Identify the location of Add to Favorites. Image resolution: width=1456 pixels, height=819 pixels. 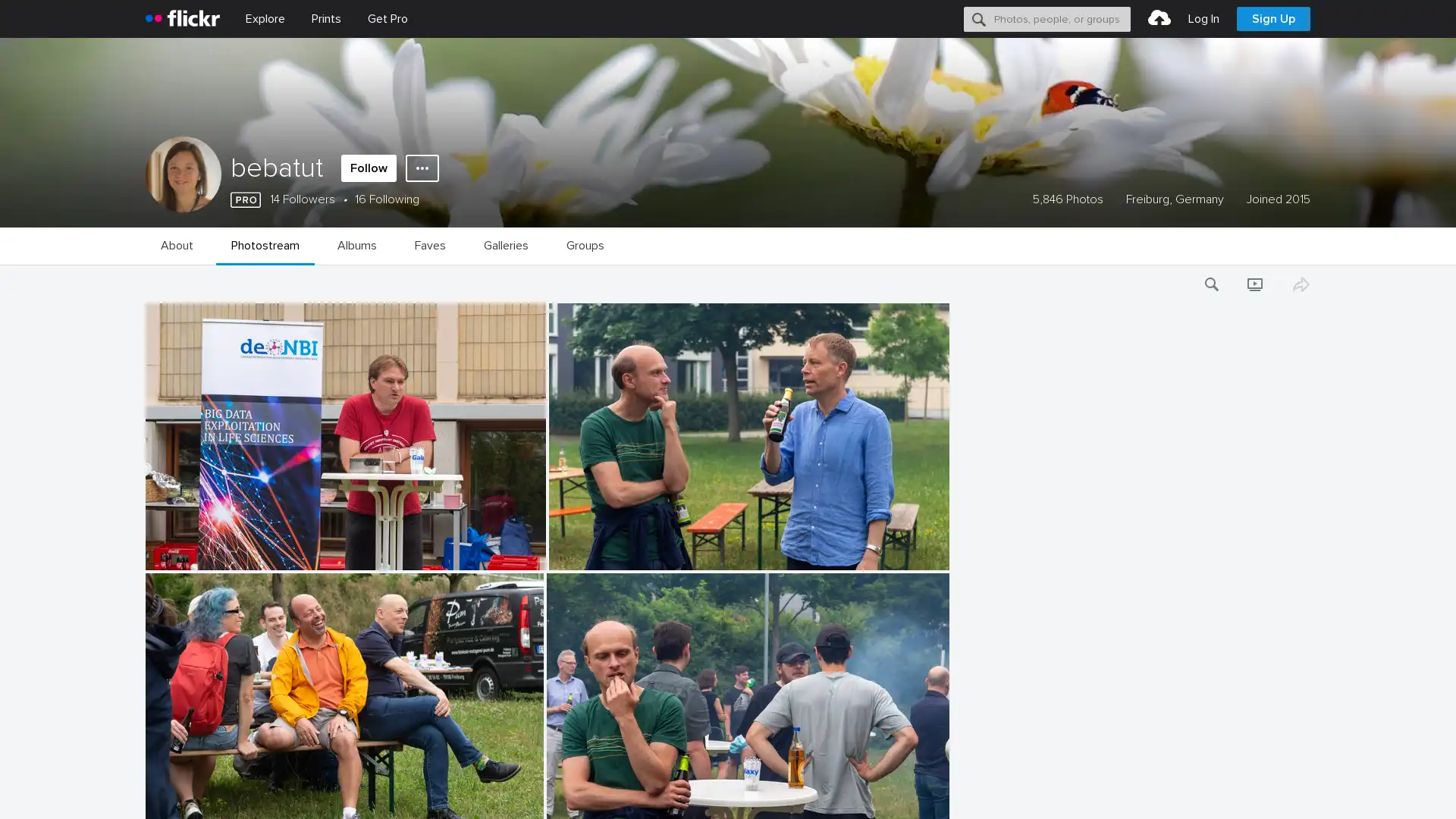
(1273, 809).